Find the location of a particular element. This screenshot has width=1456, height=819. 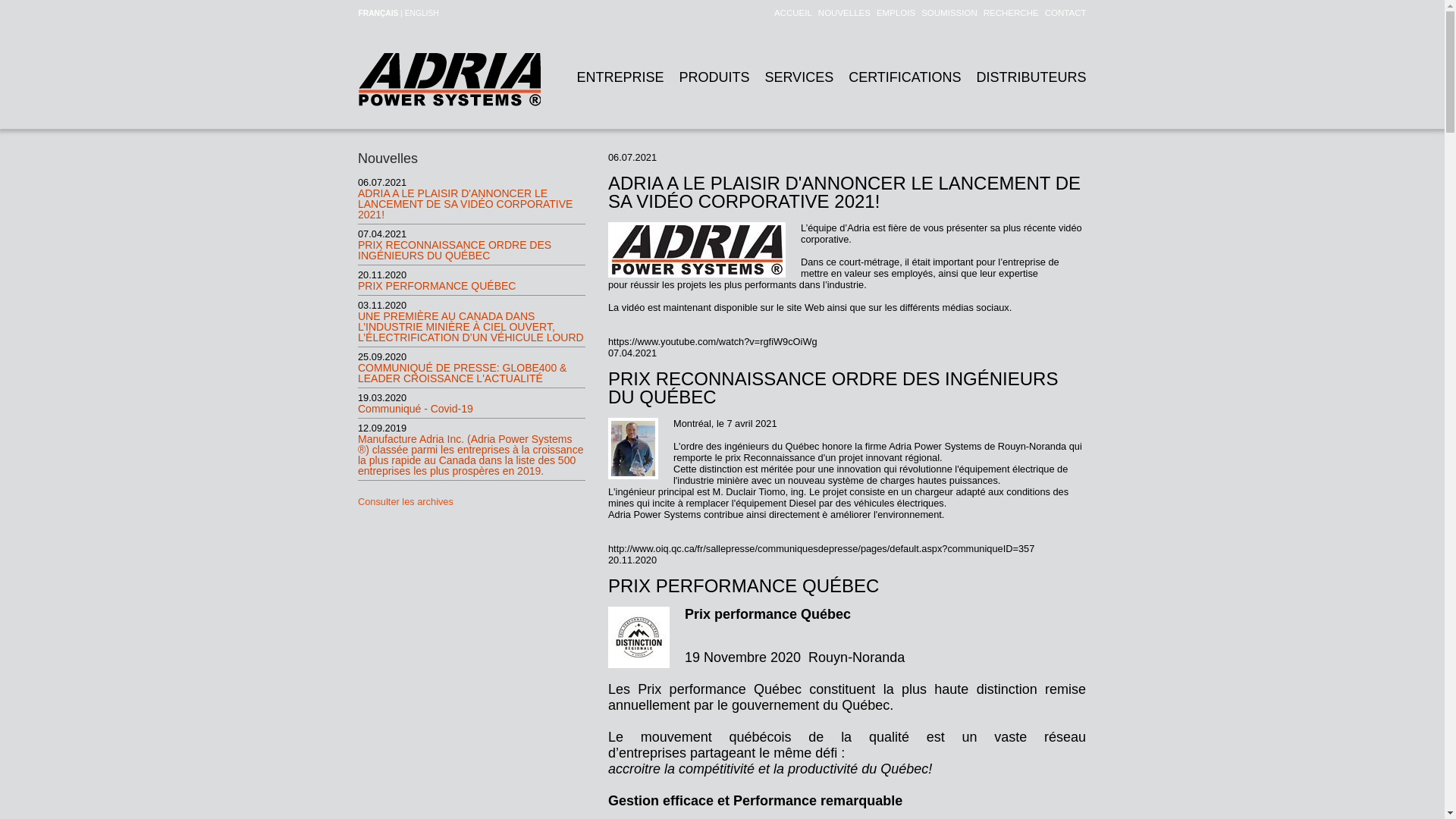

'NOUVELLES' is located at coordinates (840, 12).